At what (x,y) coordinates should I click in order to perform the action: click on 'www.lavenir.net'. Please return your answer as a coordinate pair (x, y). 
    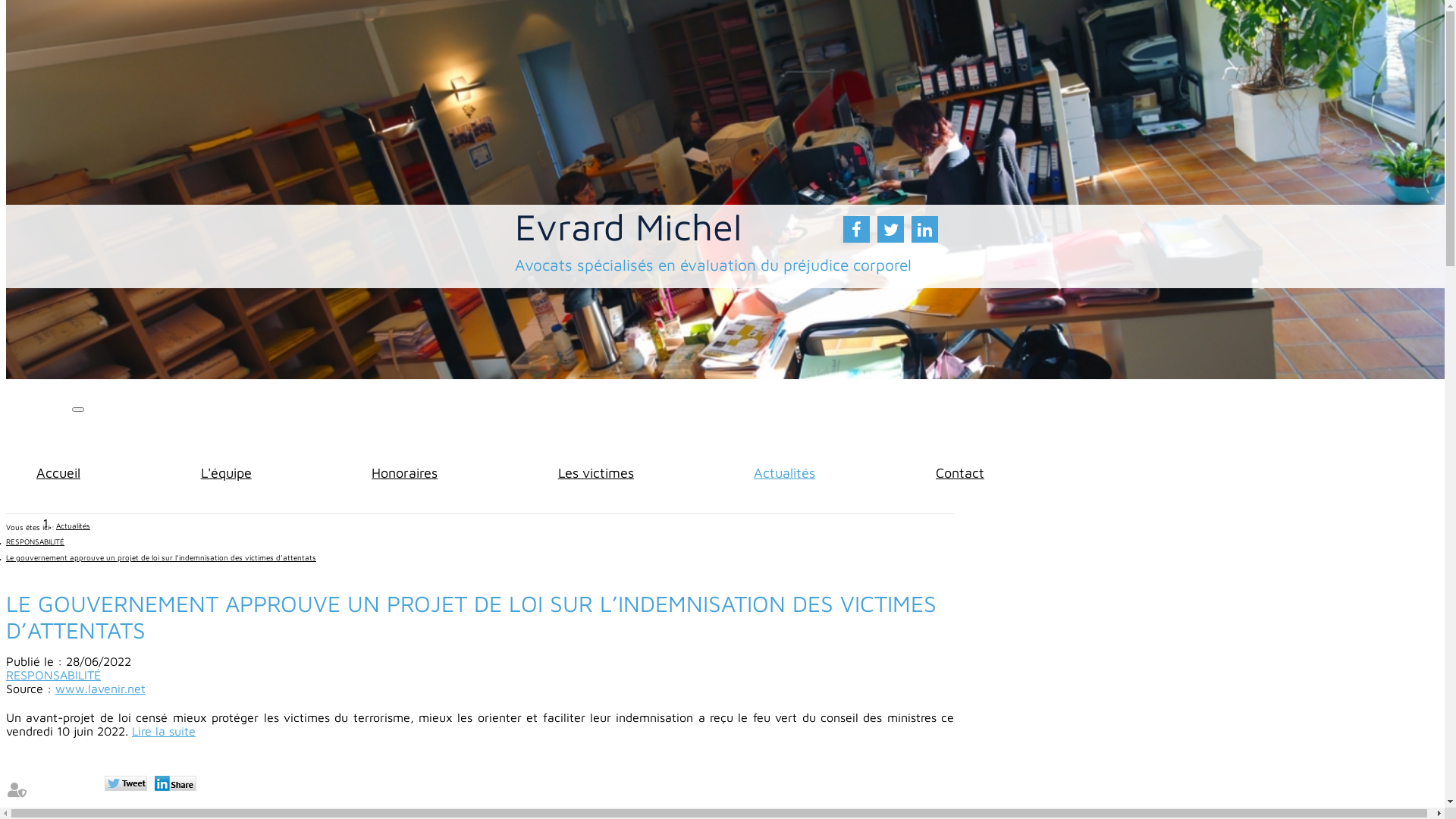
    Looking at the image, I should click on (99, 688).